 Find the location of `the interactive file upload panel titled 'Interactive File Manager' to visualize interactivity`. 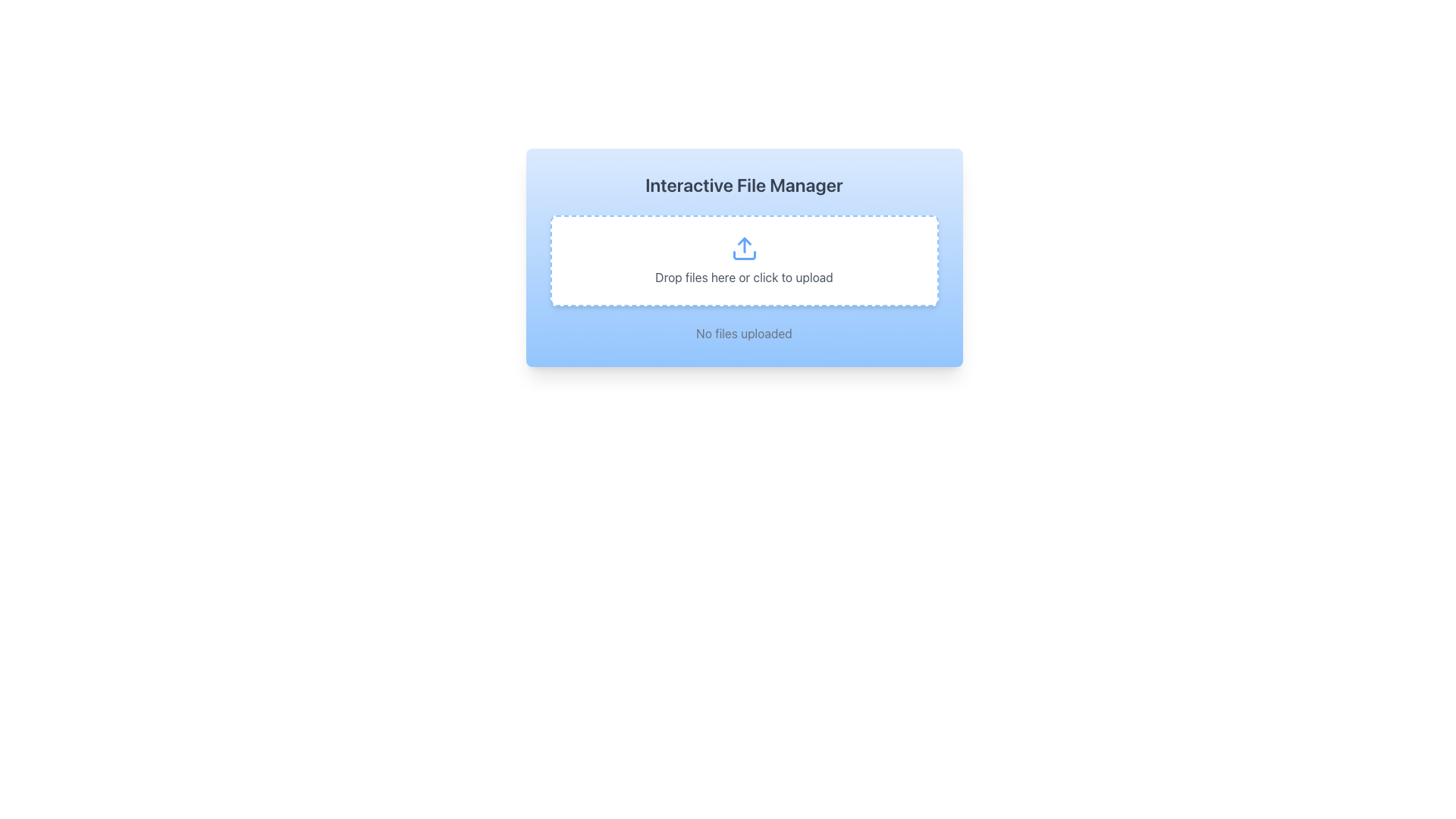

the interactive file upload panel titled 'Interactive File Manager' to visualize interactivity is located at coordinates (744, 256).